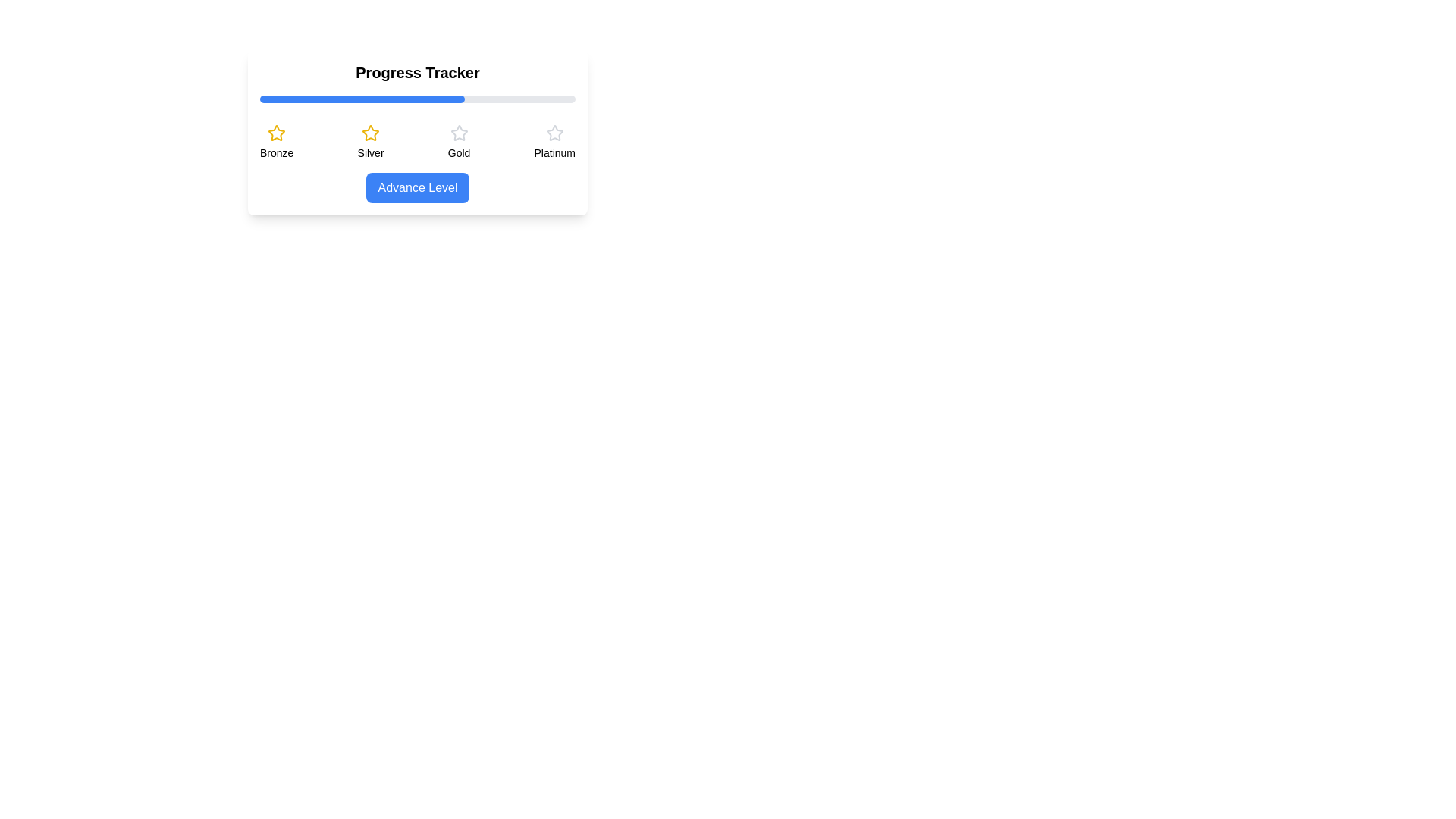 Image resolution: width=1456 pixels, height=819 pixels. What do you see at coordinates (277, 133) in the screenshot?
I see `the decorative star-shaped icon representing a bronze-level status to access the associated text below it` at bounding box center [277, 133].